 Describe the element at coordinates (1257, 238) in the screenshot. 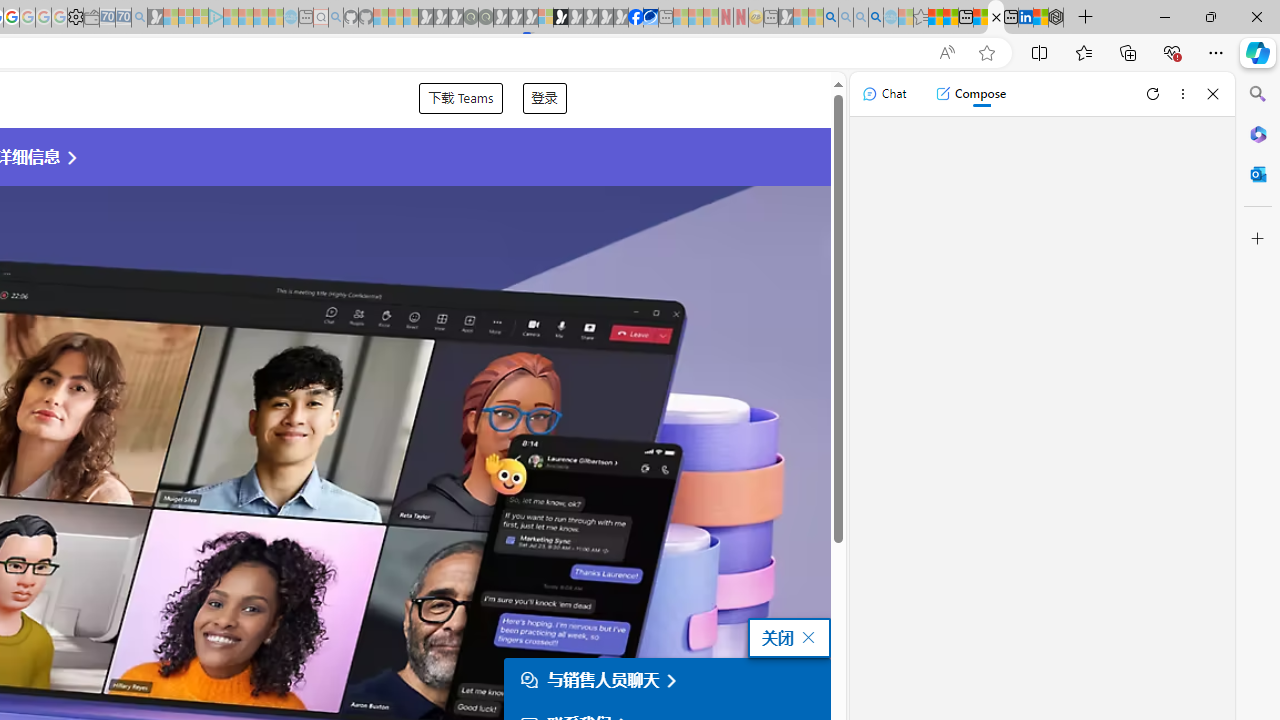

I see `'Close Customize pane'` at that location.